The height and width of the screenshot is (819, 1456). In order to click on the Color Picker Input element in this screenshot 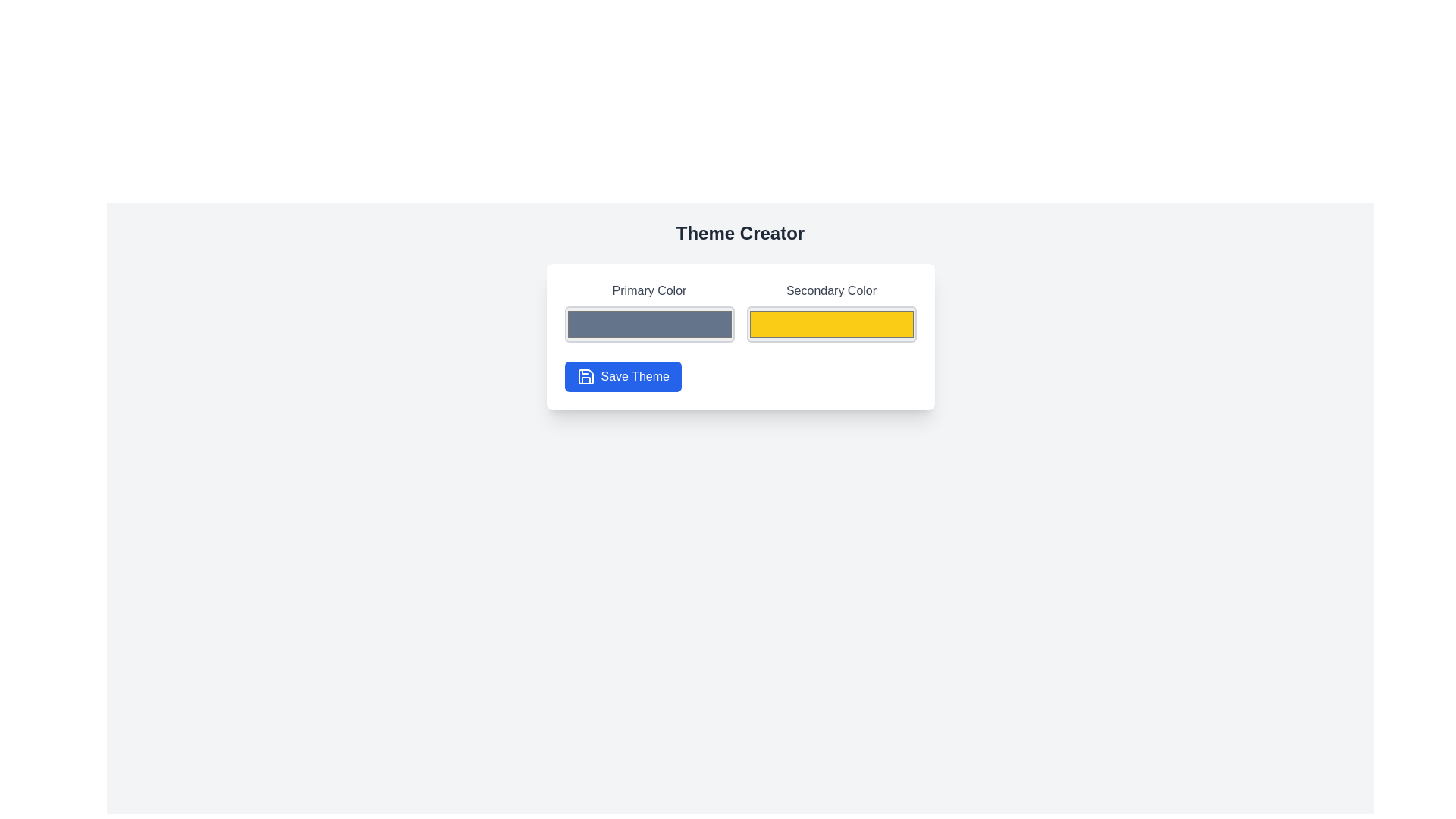, I will do `click(649, 312)`.